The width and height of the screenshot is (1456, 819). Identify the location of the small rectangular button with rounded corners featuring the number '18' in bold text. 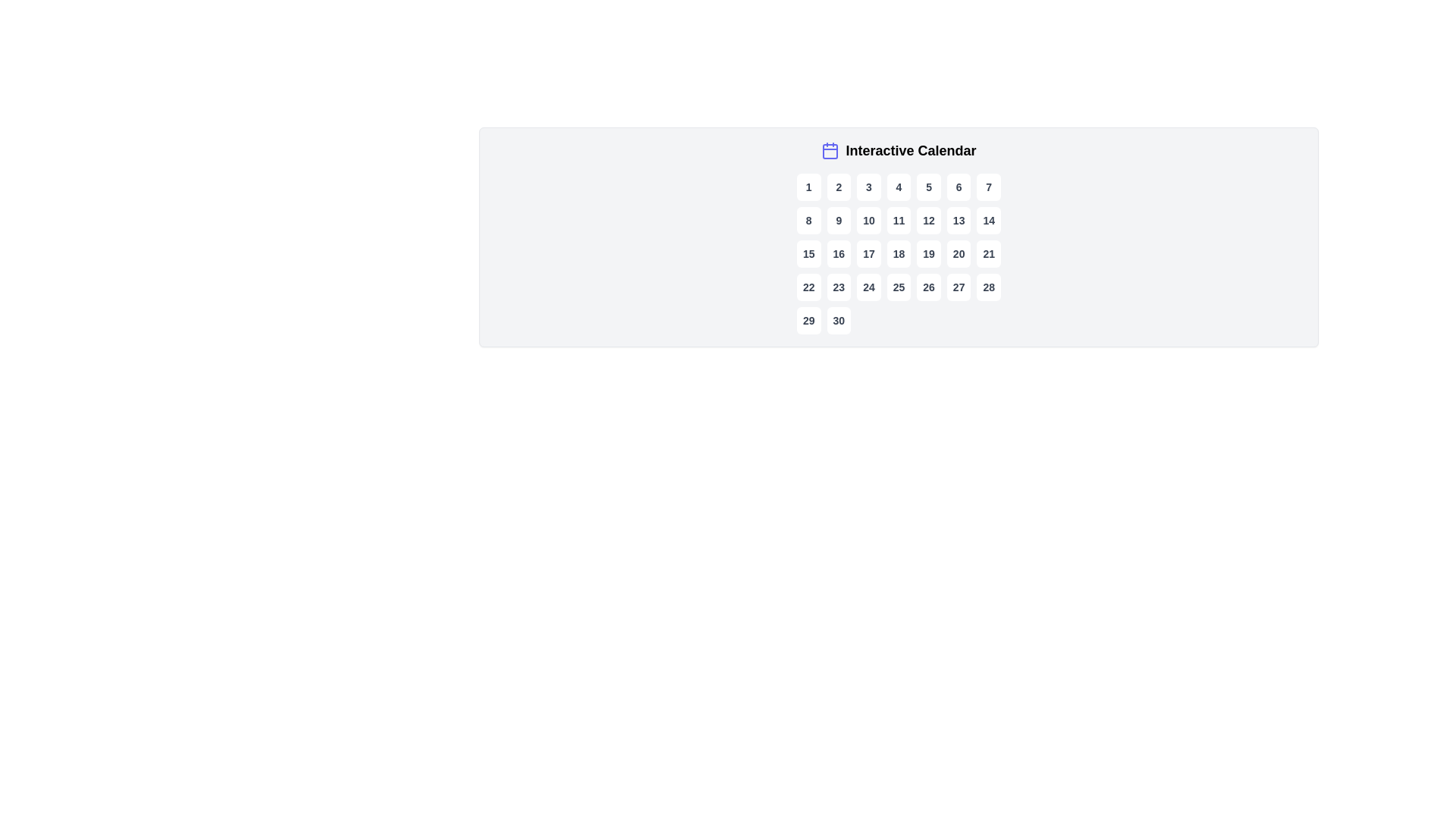
(899, 253).